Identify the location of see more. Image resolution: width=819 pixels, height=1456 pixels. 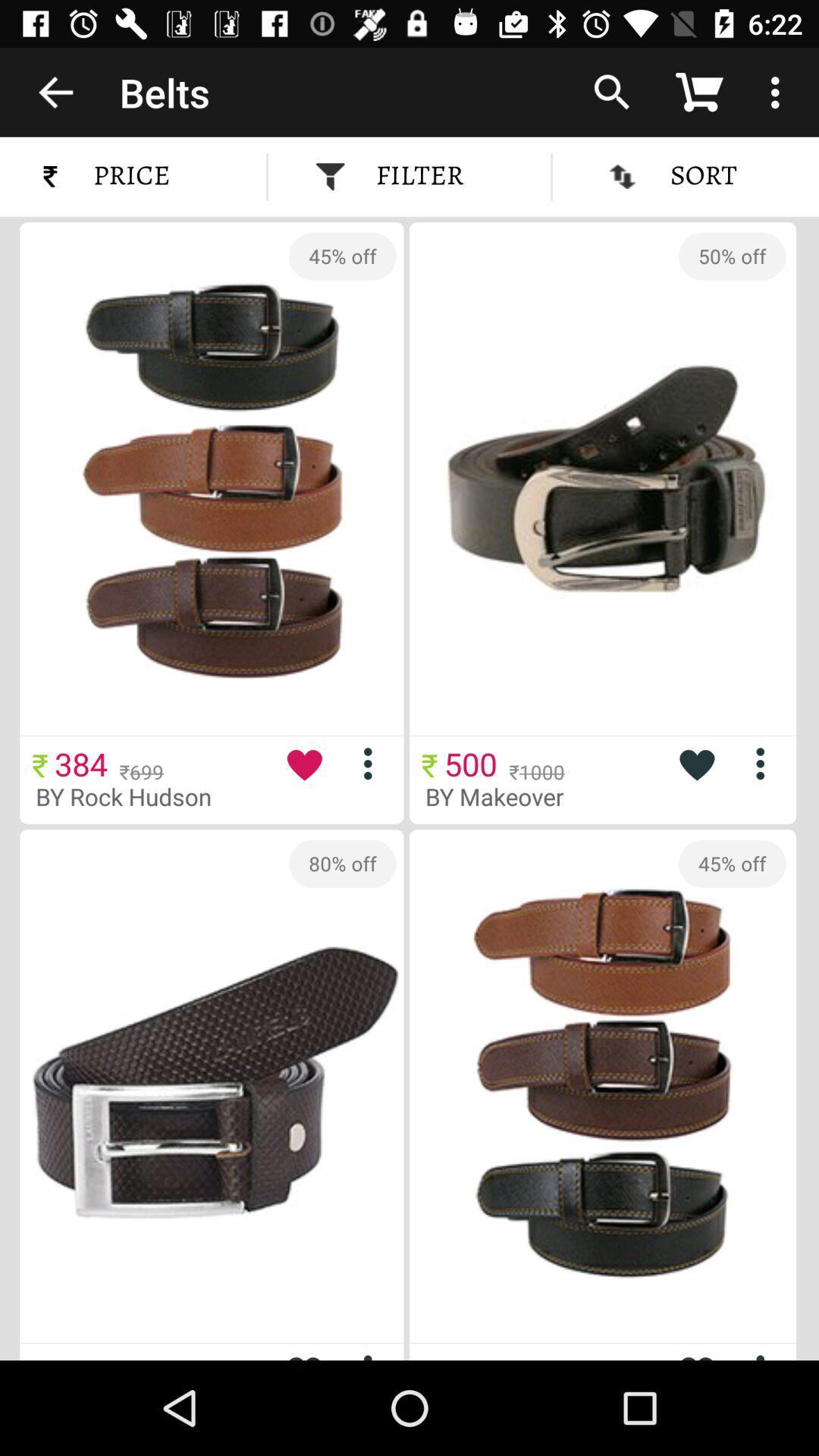
(374, 764).